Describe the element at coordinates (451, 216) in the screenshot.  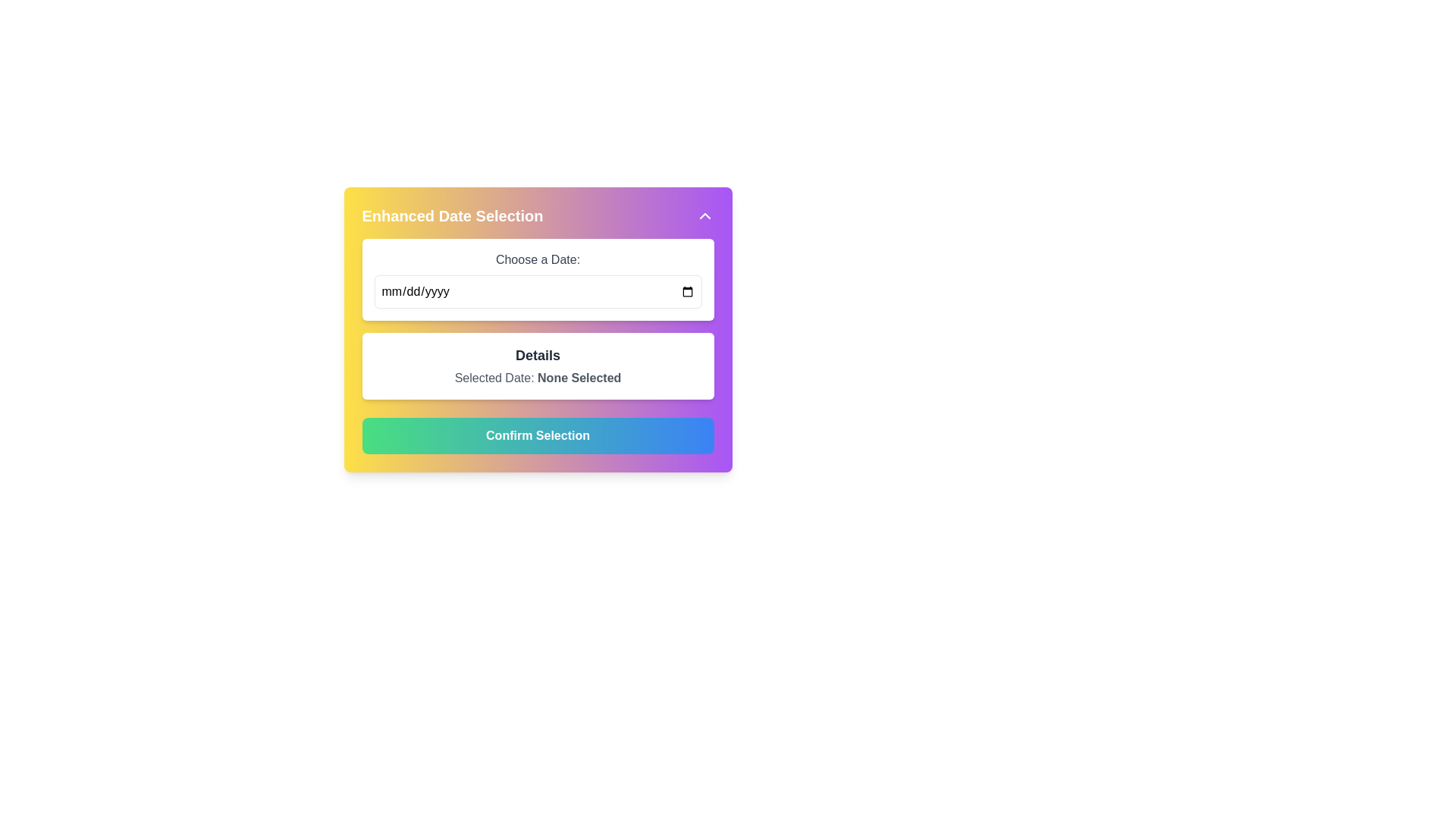
I see `the static text label that reads 'Enhanced Date Selection', which is bold, white, and positioned on a gradient background` at that location.